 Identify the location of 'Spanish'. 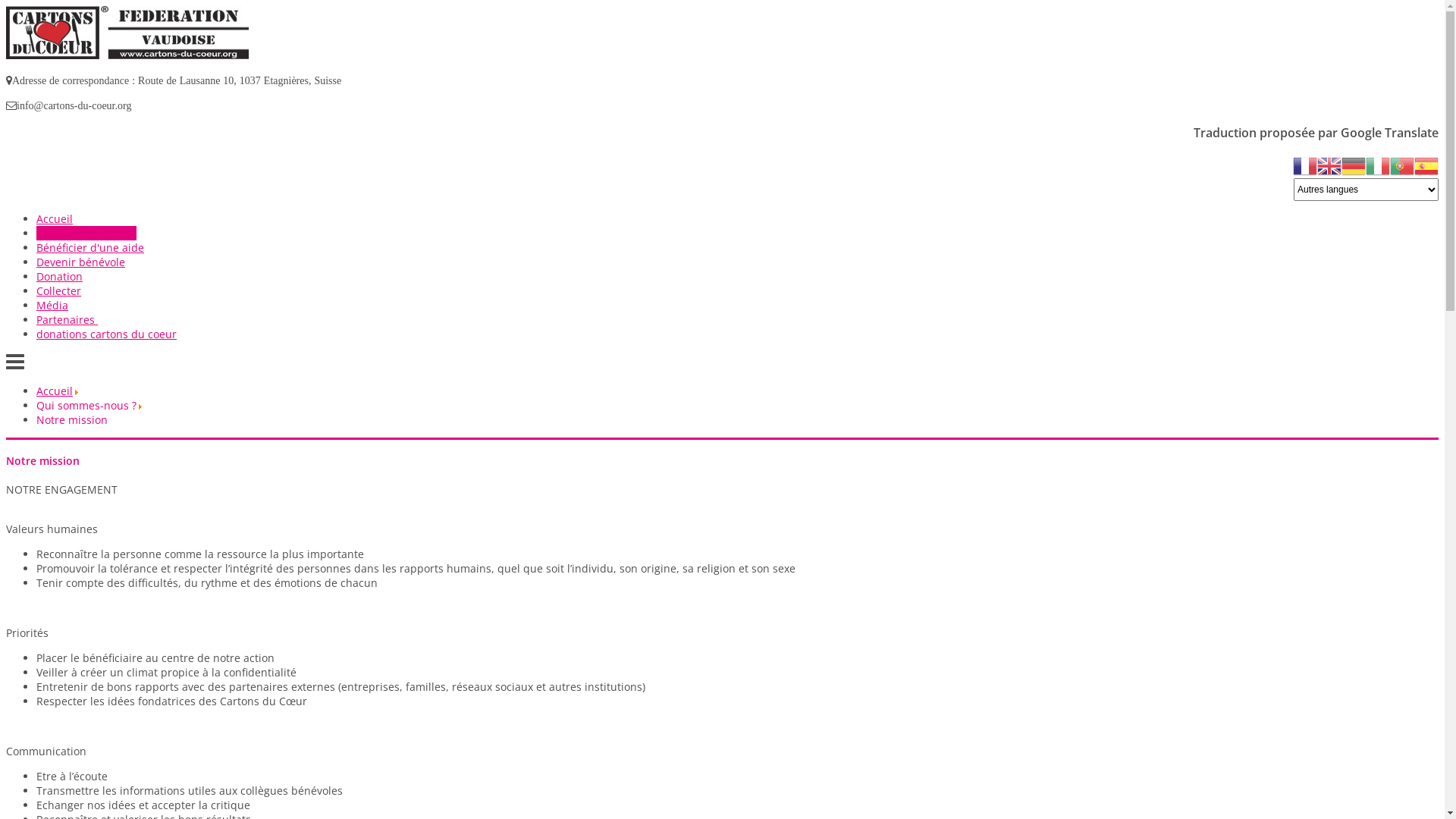
(1414, 165).